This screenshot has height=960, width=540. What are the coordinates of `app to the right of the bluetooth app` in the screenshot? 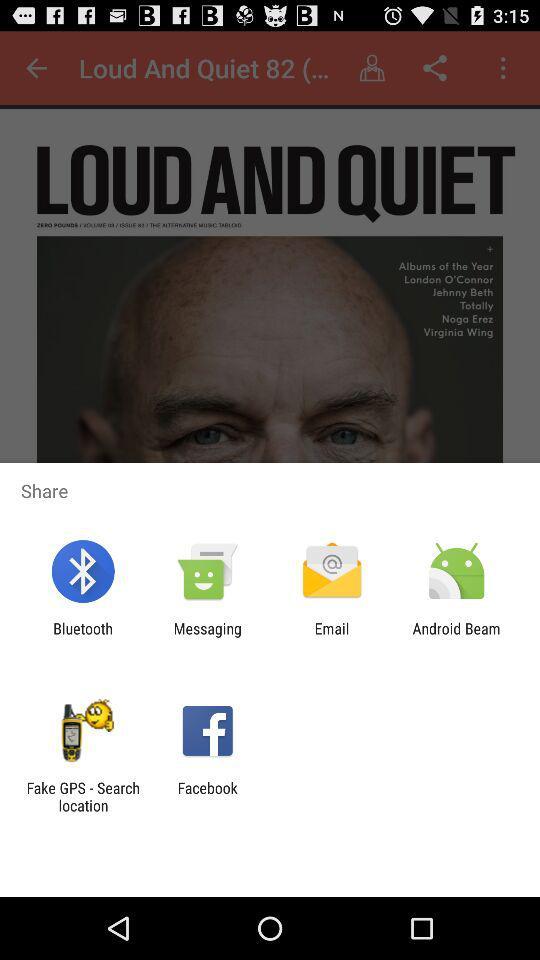 It's located at (206, 636).